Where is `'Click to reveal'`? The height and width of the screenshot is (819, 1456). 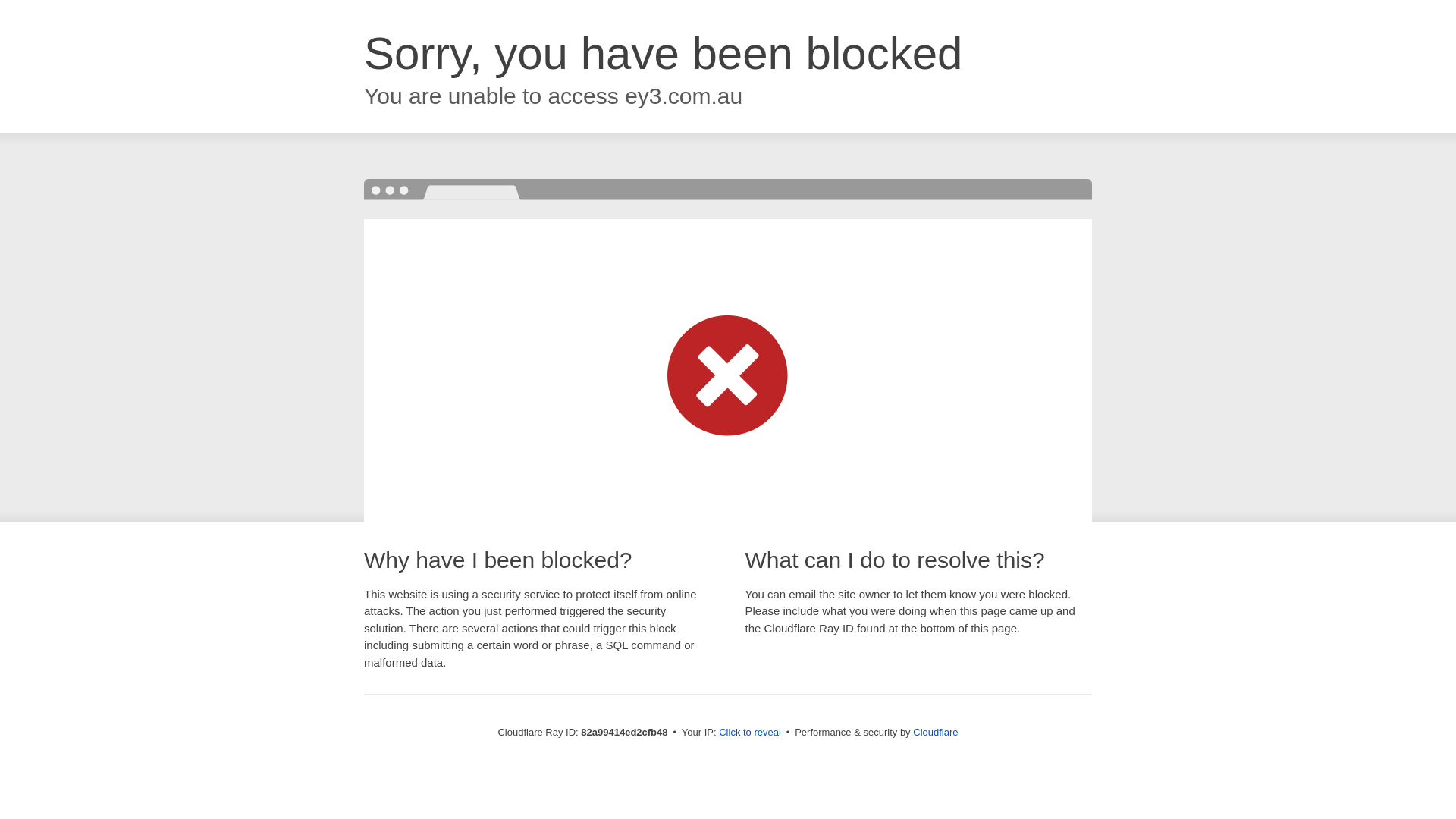 'Click to reveal' is located at coordinates (749, 731).